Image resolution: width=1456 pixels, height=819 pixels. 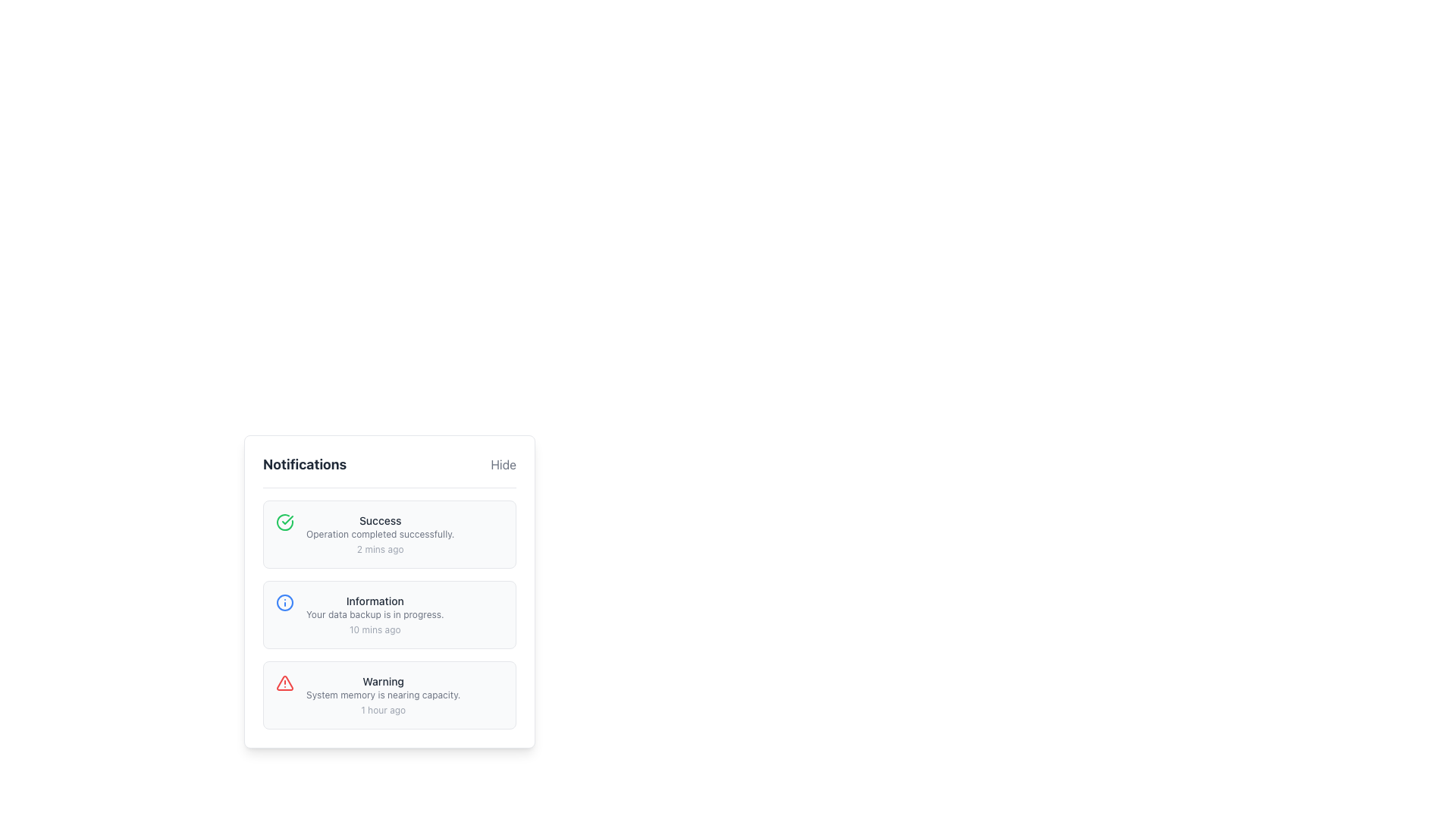 I want to click on text of the 'Warning' label, which is a small-sized, medium-weight, dark gray text element located at the top of the third notification card in a vertical list of notifications, so click(x=383, y=680).